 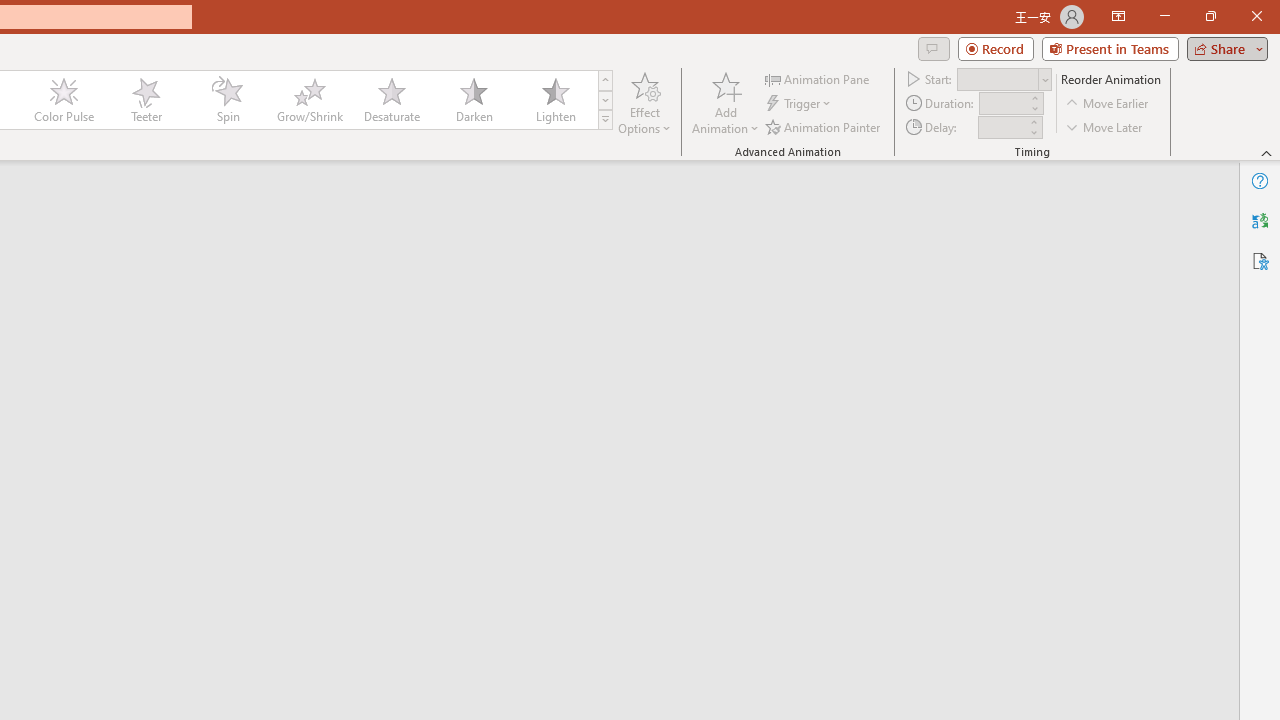 What do you see at coordinates (1033, 121) in the screenshot?
I see `'More'` at bounding box center [1033, 121].